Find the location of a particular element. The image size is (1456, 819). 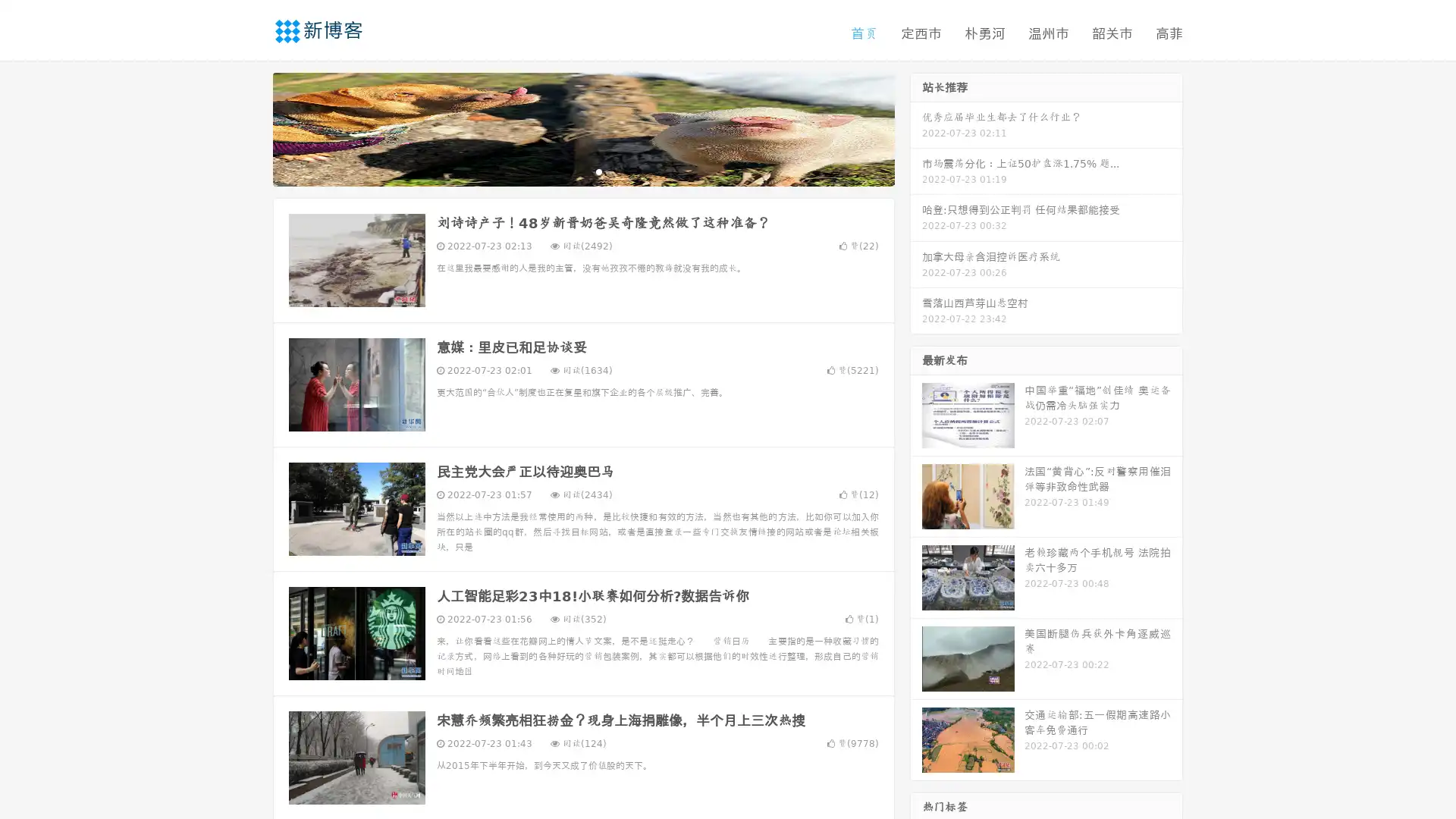

Go to slide 3 is located at coordinates (598, 171).